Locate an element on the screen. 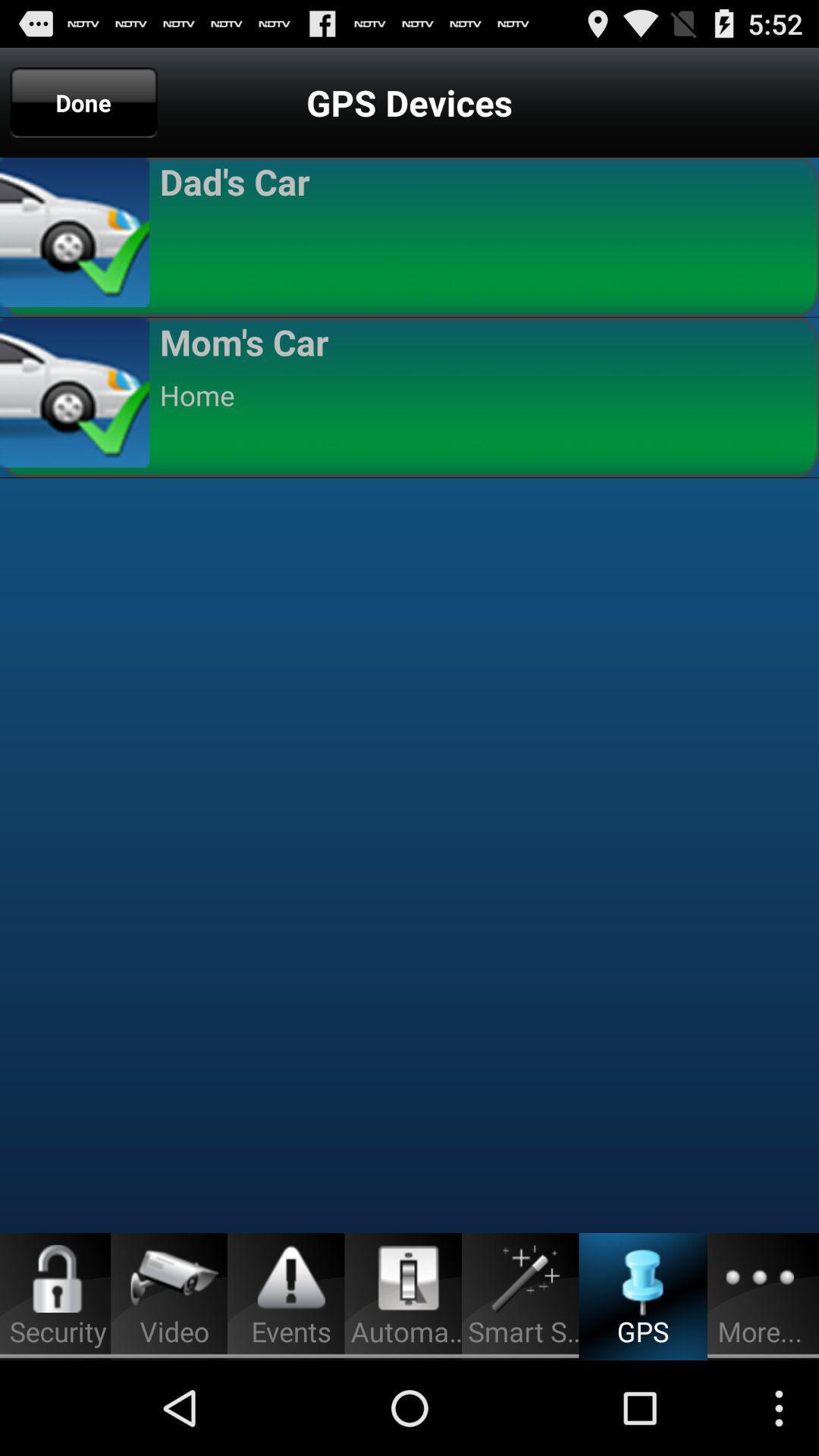  the home app is located at coordinates (482, 395).